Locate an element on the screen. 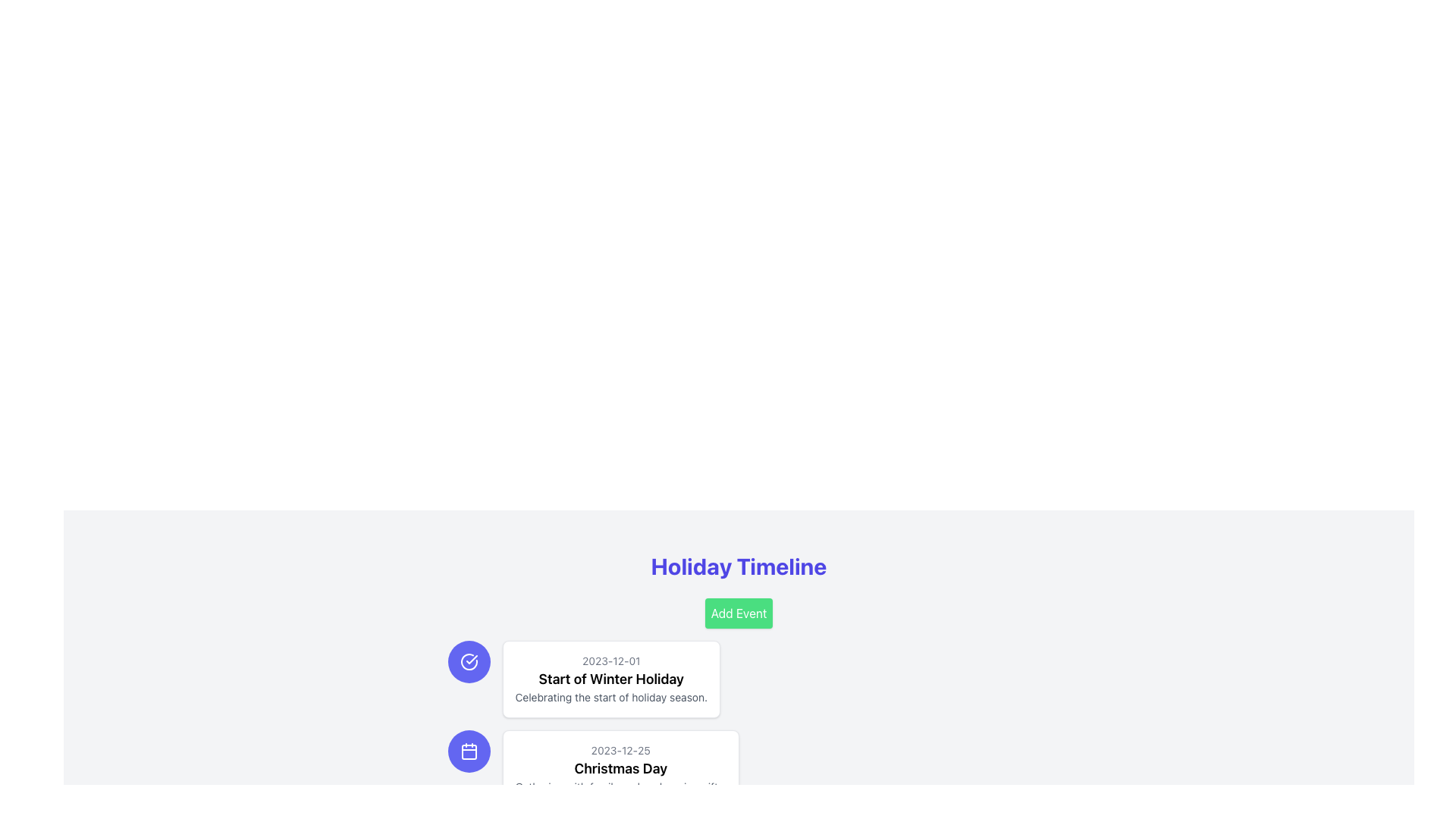 The height and width of the screenshot is (819, 1456). the 'Add Event' button with a light green background and white text, located below the 'Holiday Timeline' heading to initiate adding an event is located at coordinates (739, 613).